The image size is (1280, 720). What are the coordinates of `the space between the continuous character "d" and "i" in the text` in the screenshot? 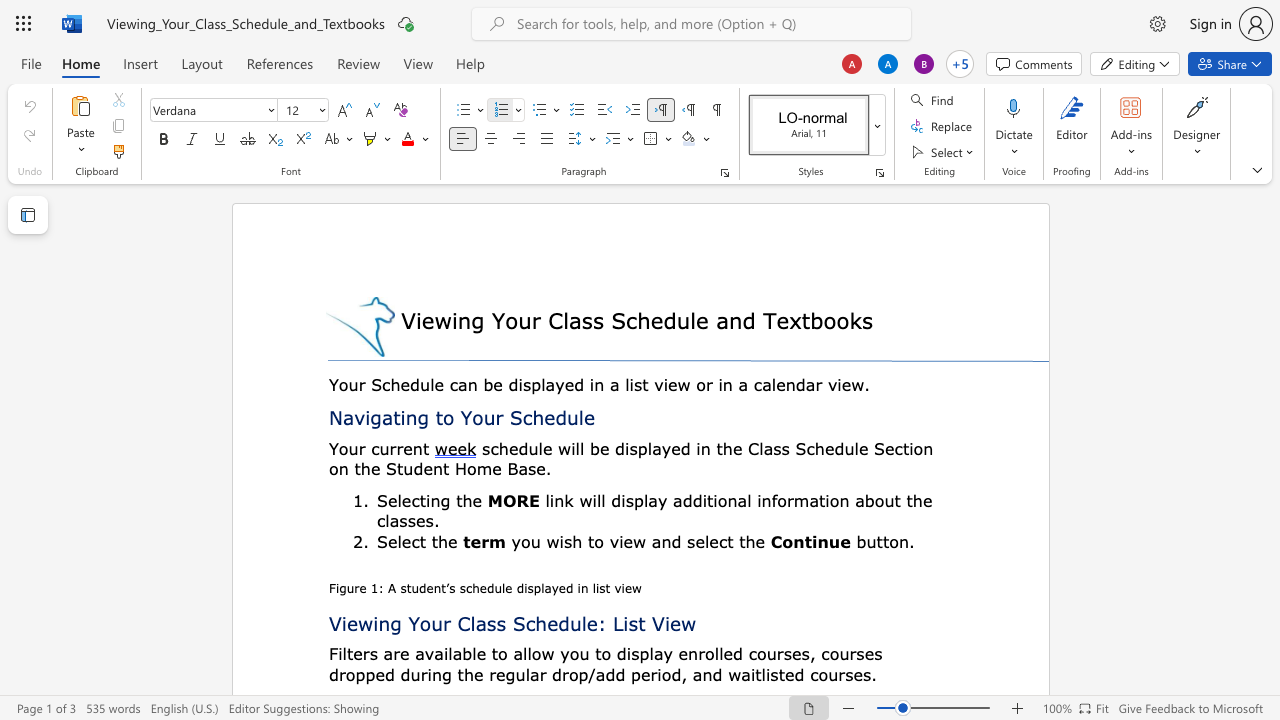 It's located at (523, 587).